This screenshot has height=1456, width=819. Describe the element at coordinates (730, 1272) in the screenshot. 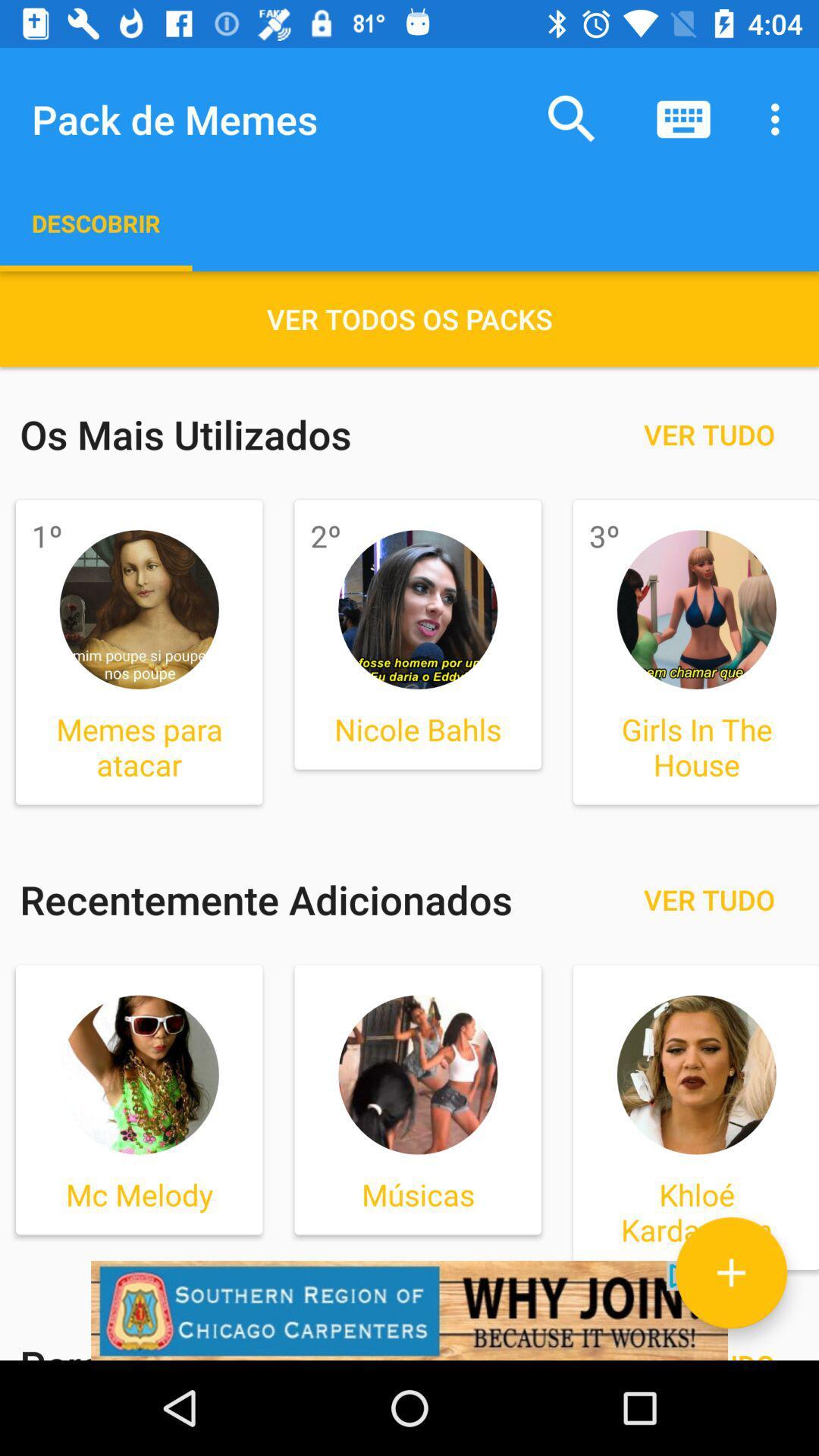

I see `photo` at that location.